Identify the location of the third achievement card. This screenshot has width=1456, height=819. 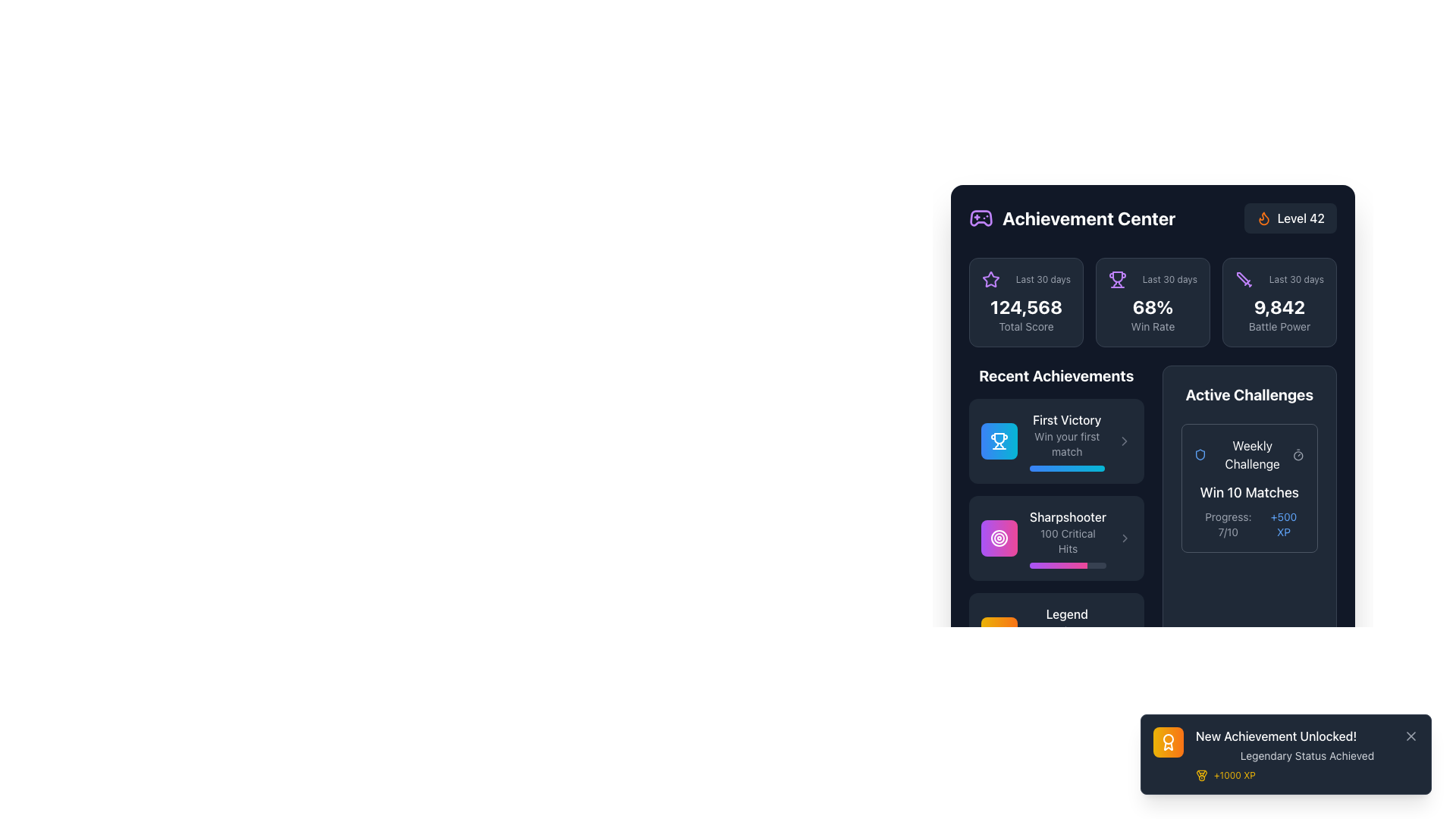
(1056, 635).